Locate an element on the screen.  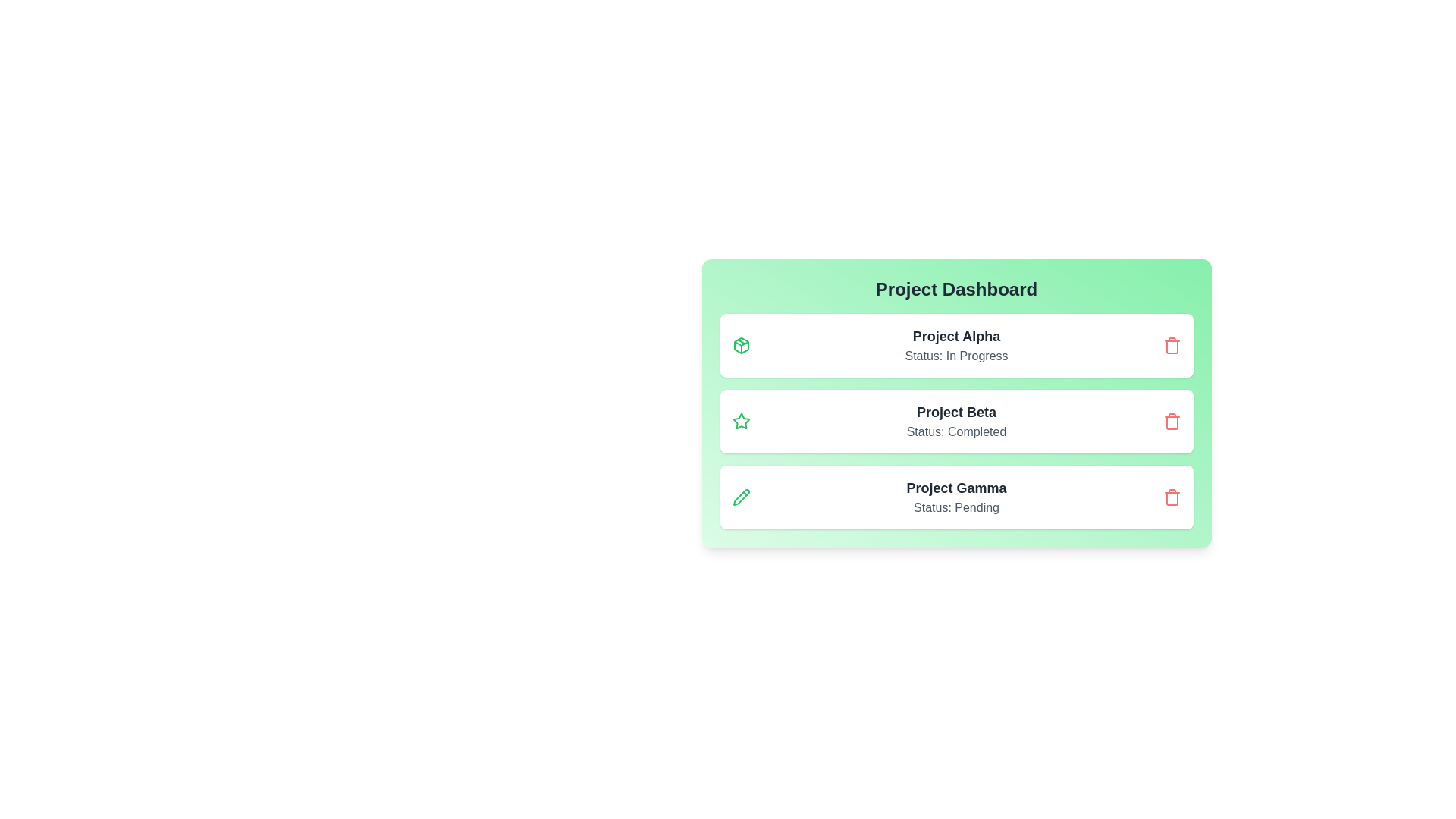
the details of the project Project Alpha is located at coordinates (955, 345).